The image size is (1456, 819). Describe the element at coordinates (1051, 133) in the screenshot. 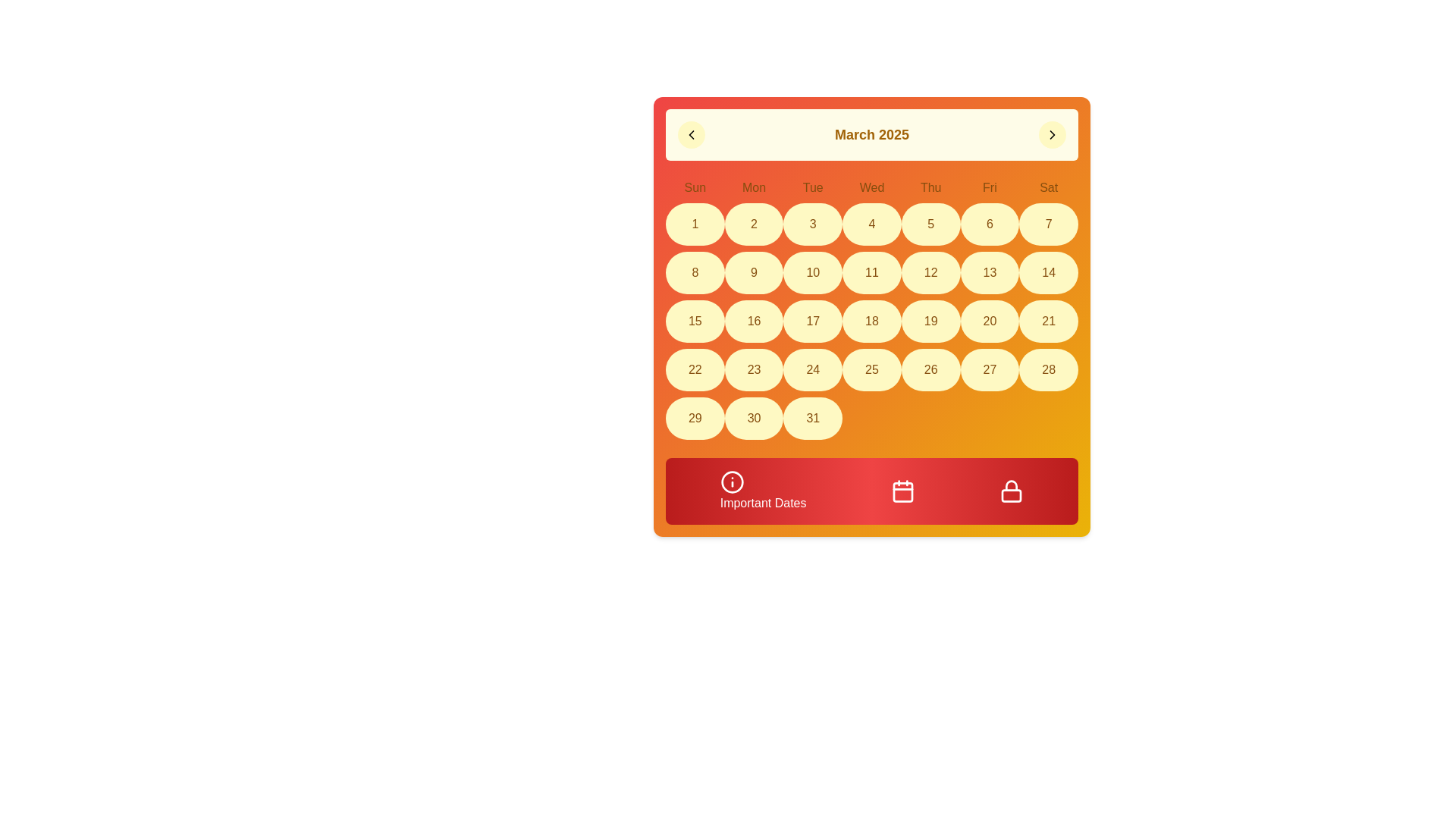

I see `the circular button with a faint yellow background and a right-pointing chevron icon in black, located in the header section labeled 'March 2025'` at that location.